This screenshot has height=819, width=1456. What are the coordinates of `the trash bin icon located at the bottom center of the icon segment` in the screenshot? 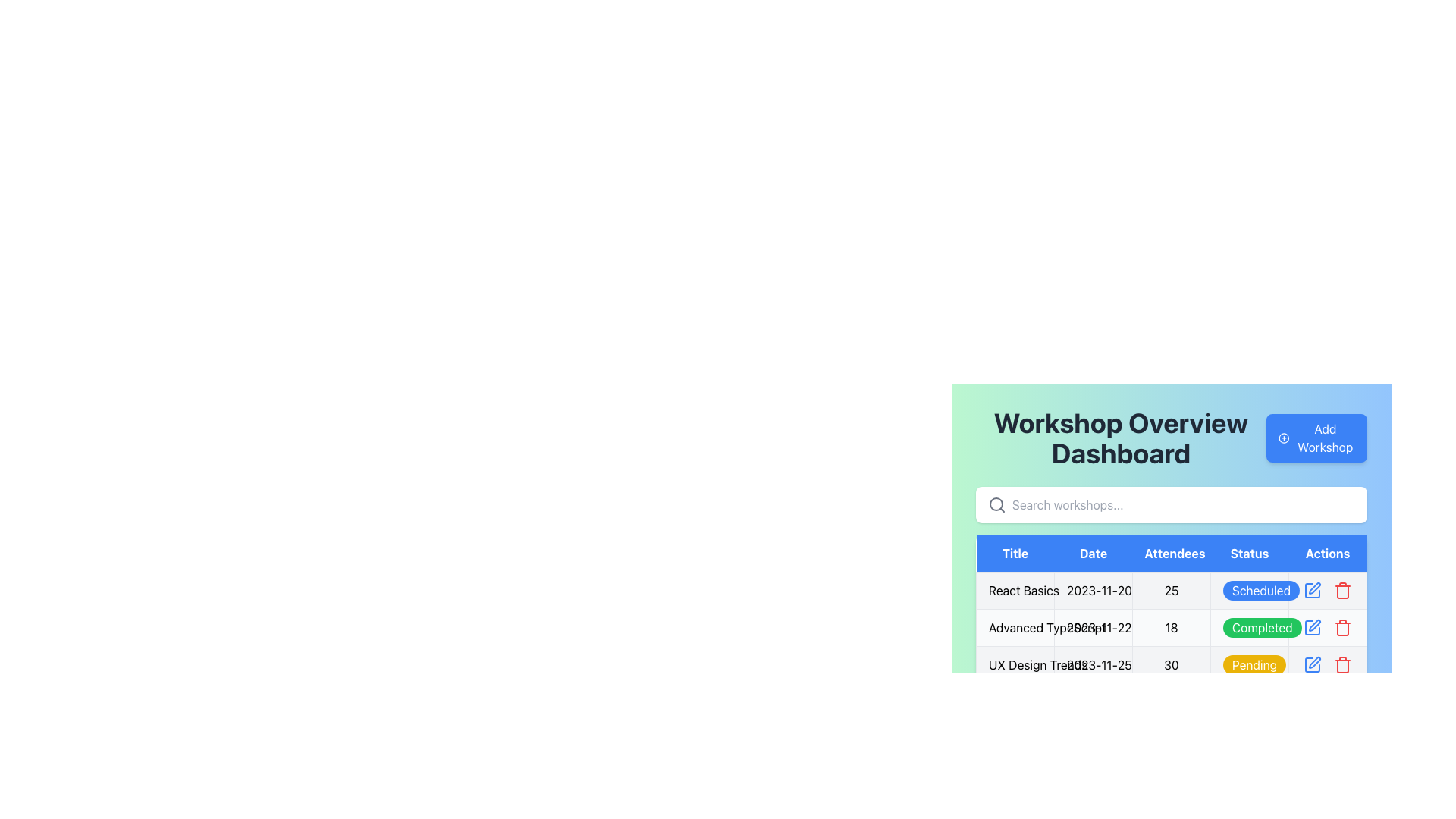 It's located at (1343, 591).